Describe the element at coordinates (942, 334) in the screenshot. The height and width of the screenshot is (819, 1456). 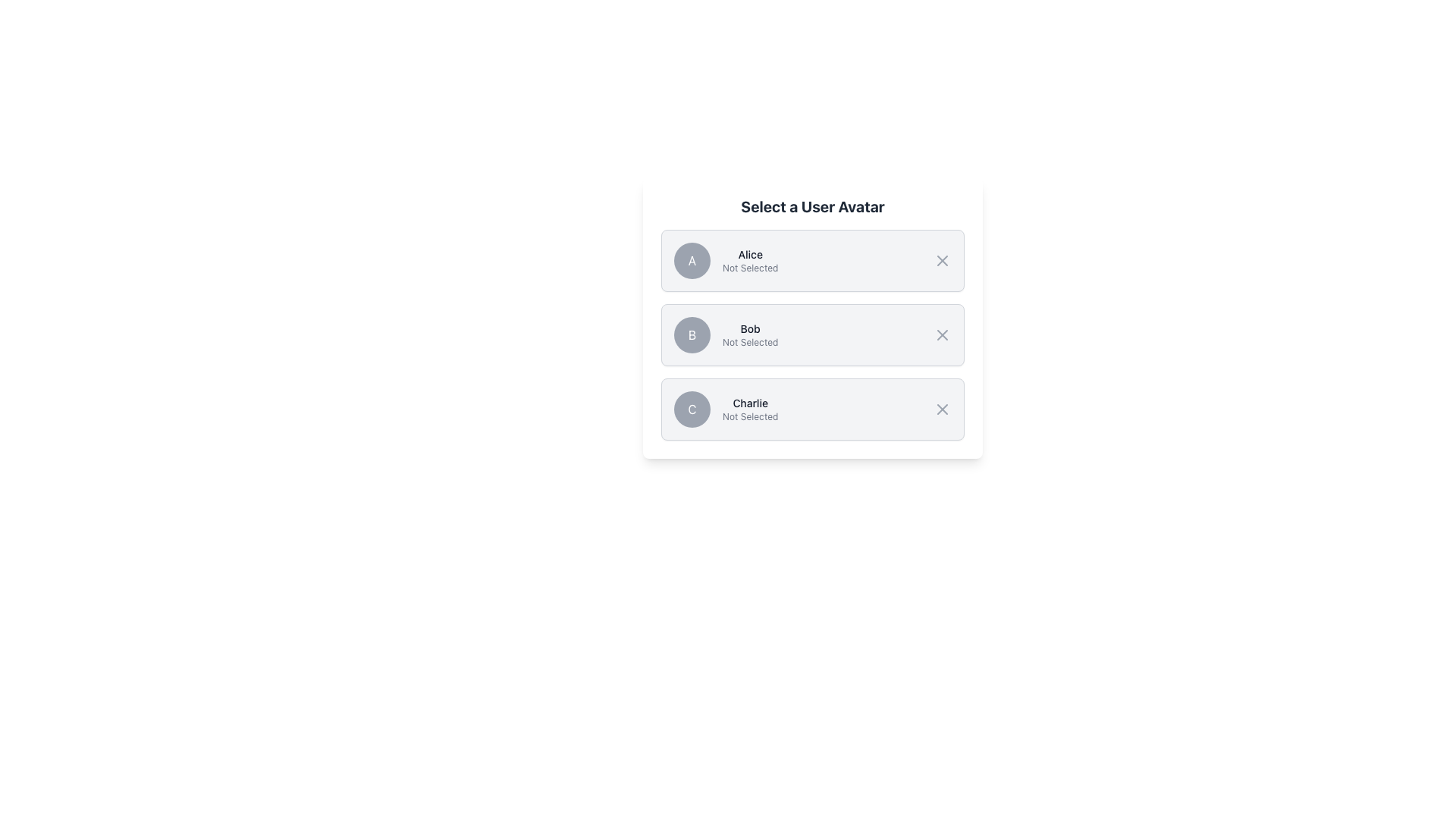
I see `the close button in the top-right corner of the 'Bob Not Selected' panel` at that location.